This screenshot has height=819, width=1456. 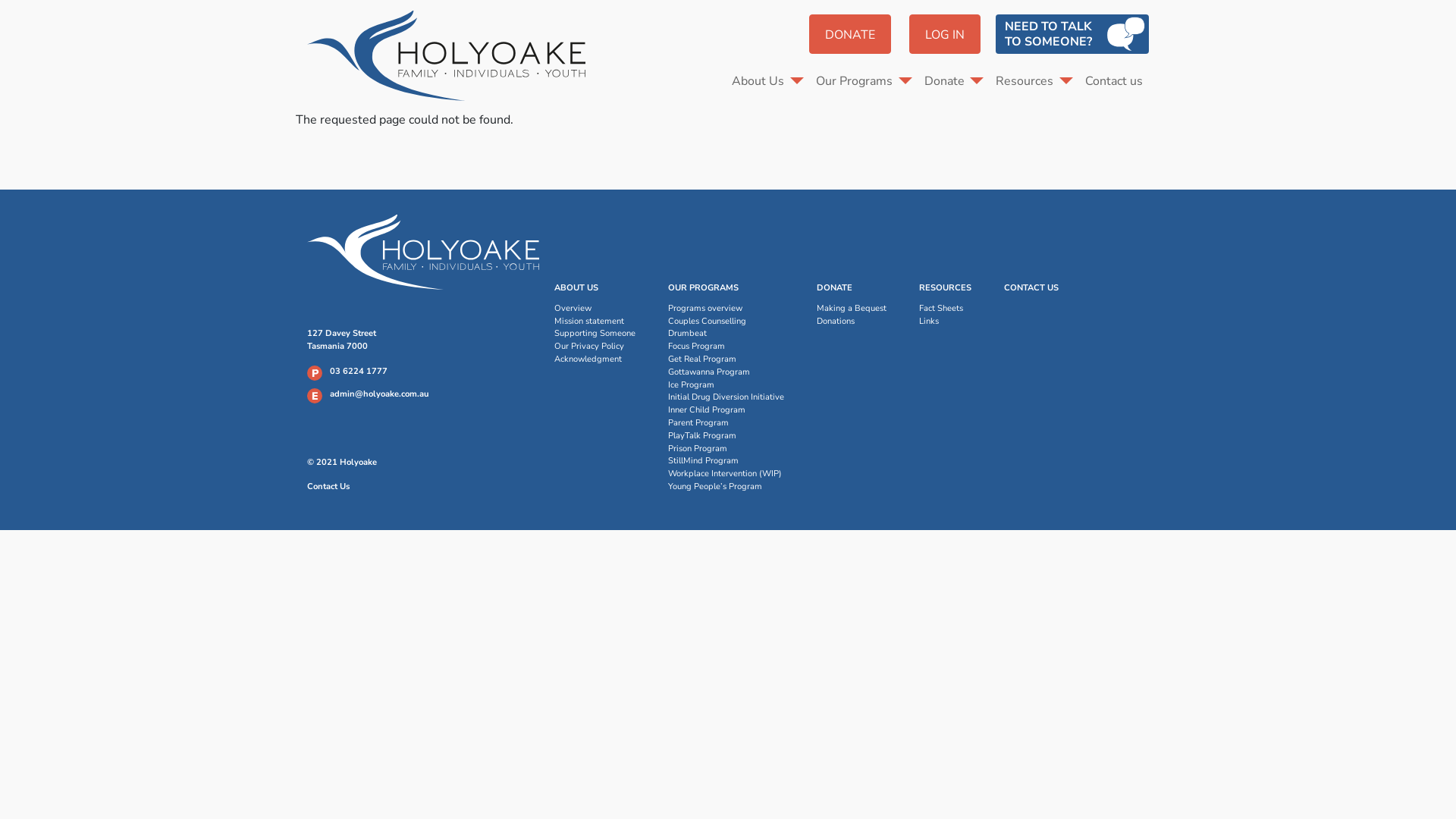 What do you see at coordinates (864, 81) in the screenshot?
I see `'Our Programs'` at bounding box center [864, 81].